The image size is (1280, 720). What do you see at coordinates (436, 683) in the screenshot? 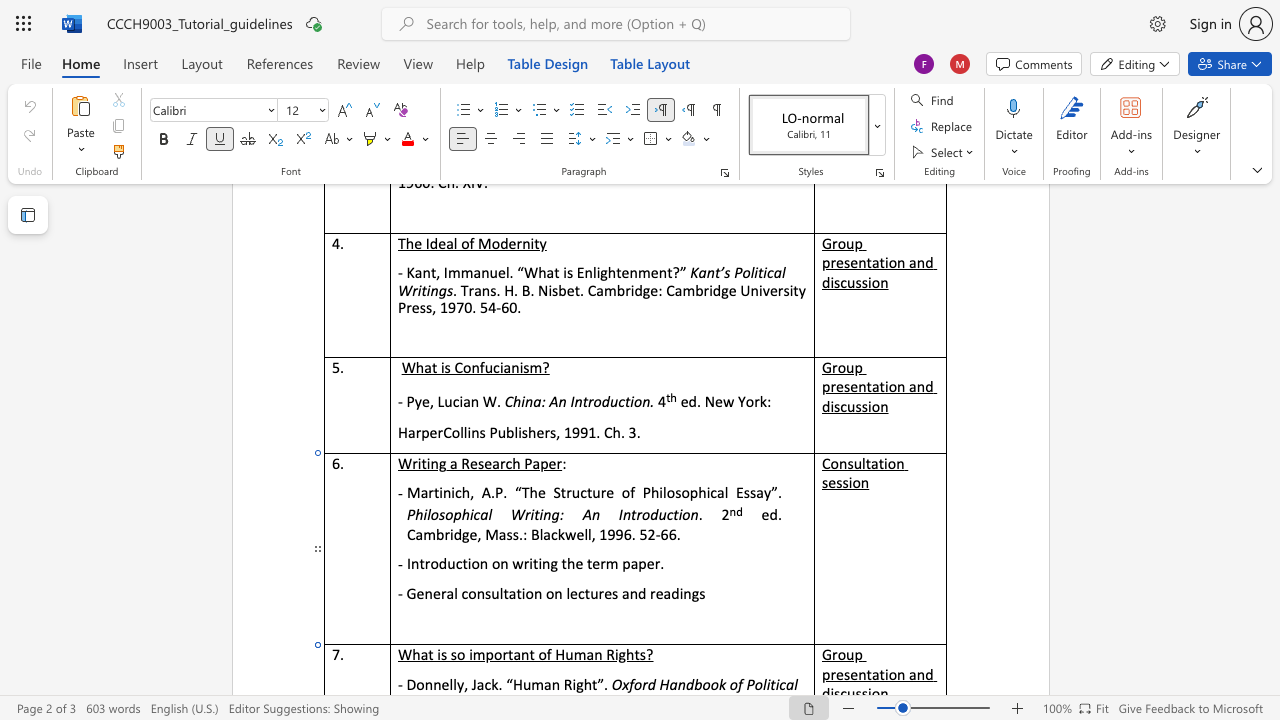
I see `the 2th character "n" in the text` at bounding box center [436, 683].